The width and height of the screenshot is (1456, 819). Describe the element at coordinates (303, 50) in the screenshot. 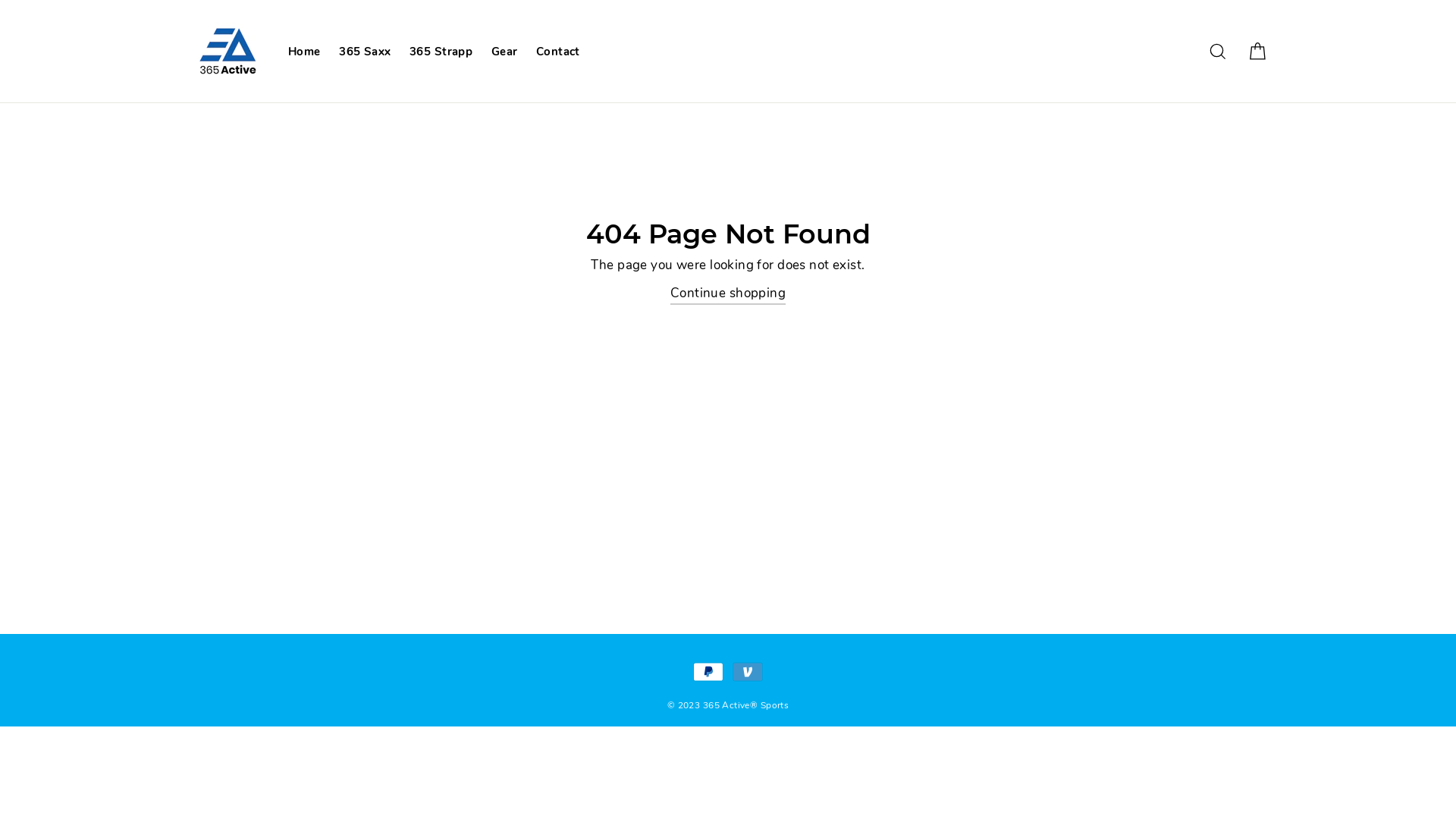

I see `'Home'` at that location.